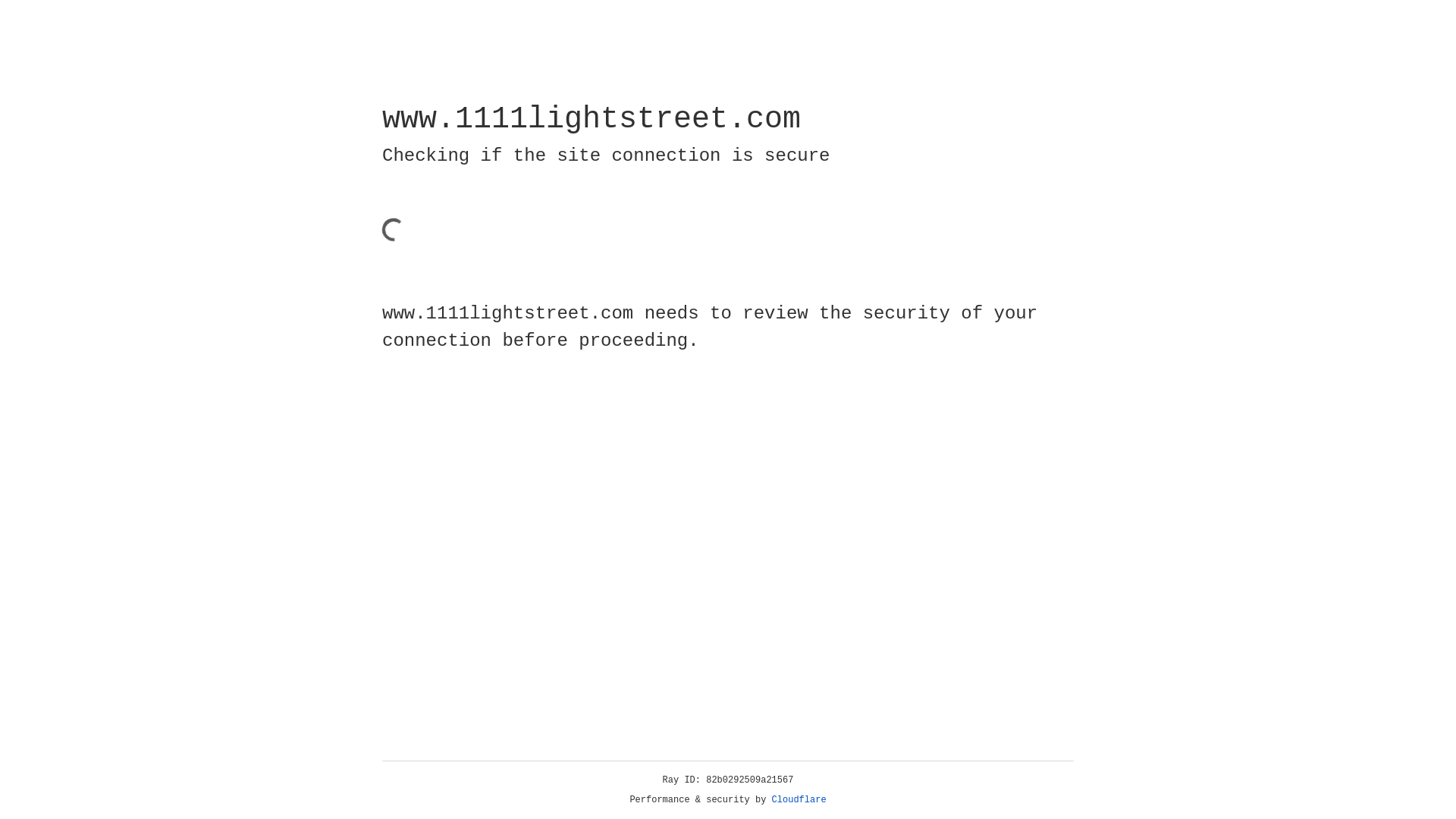 This screenshot has height=819, width=1456. What do you see at coordinates (799, 799) in the screenshot?
I see `'Cloudflare'` at bounding box center [799, 799].